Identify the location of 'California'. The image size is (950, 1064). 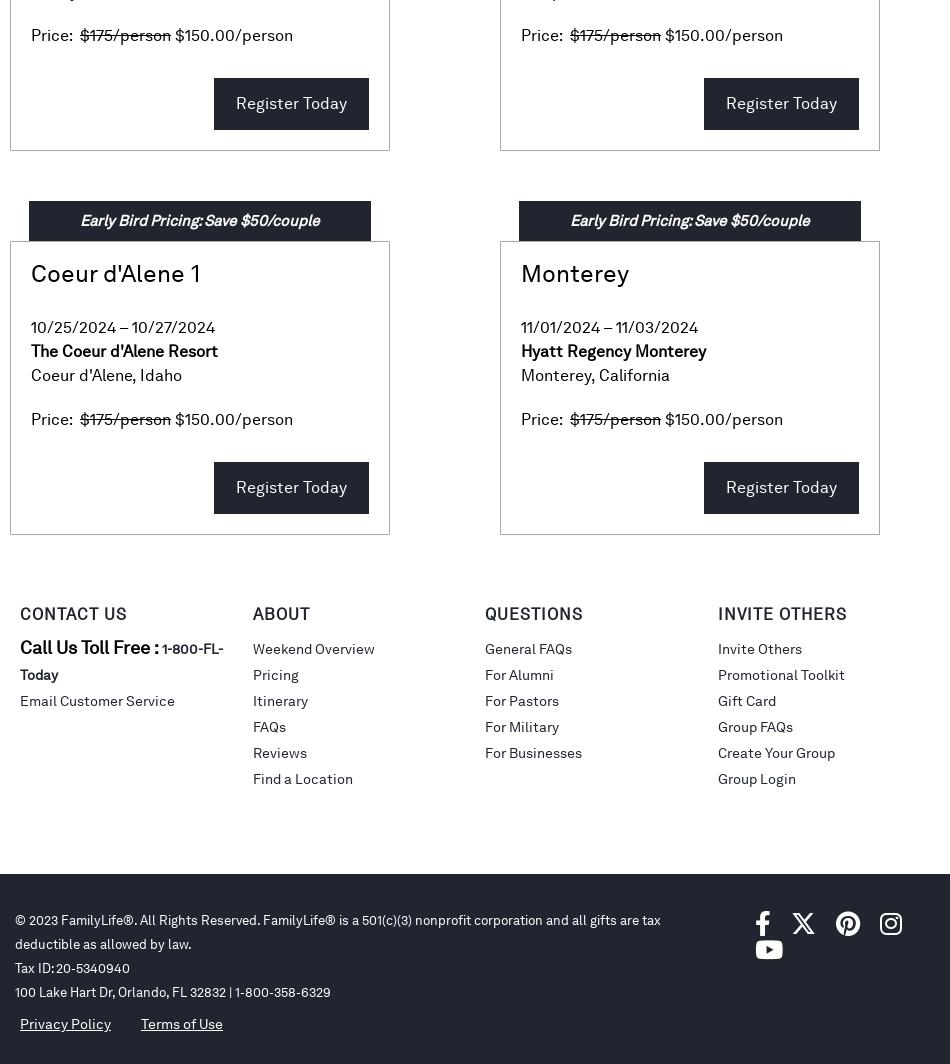
(634, 375).